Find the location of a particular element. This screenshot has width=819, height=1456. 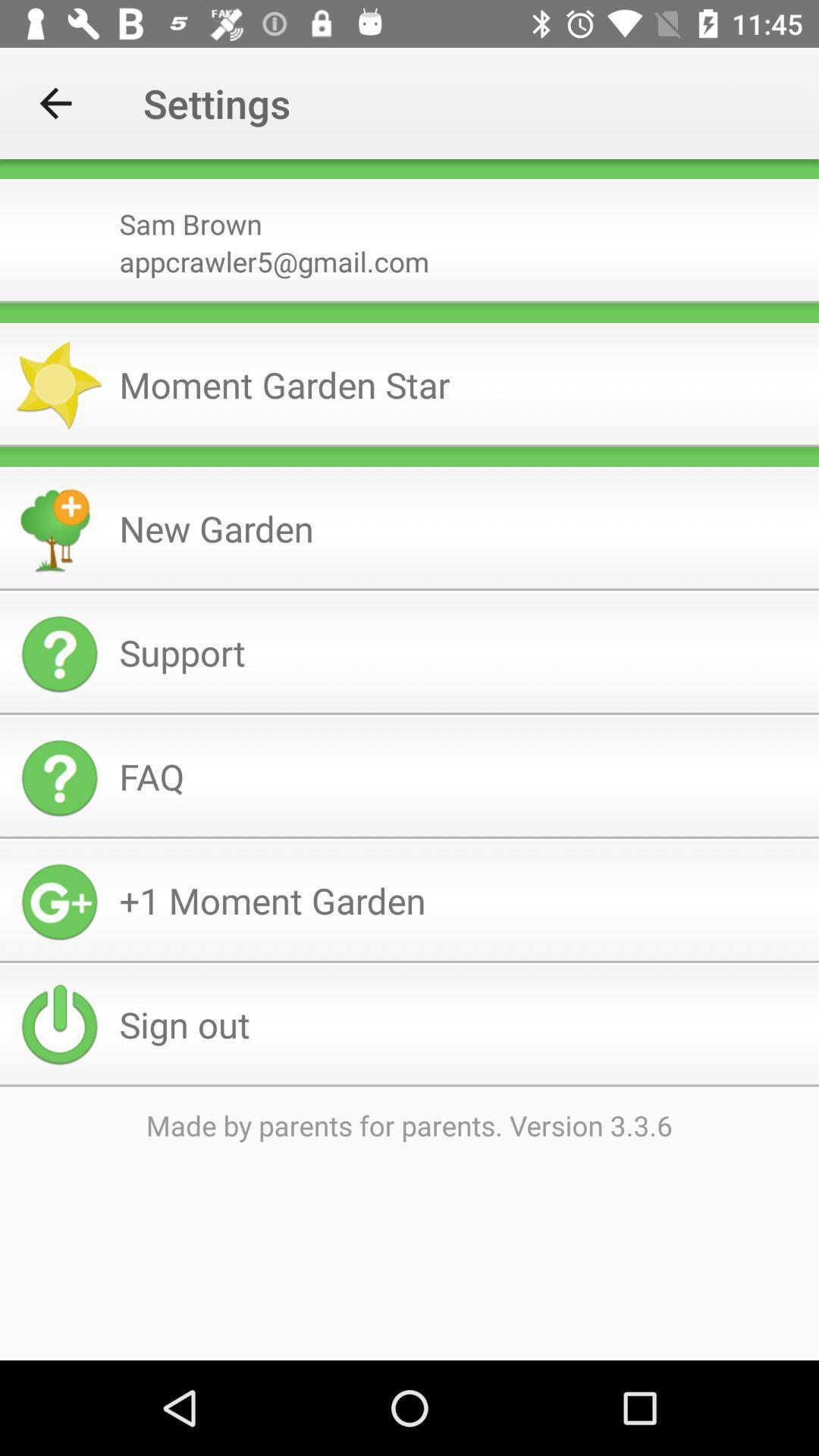

the item next to settings is located at coordinates (55, 102).